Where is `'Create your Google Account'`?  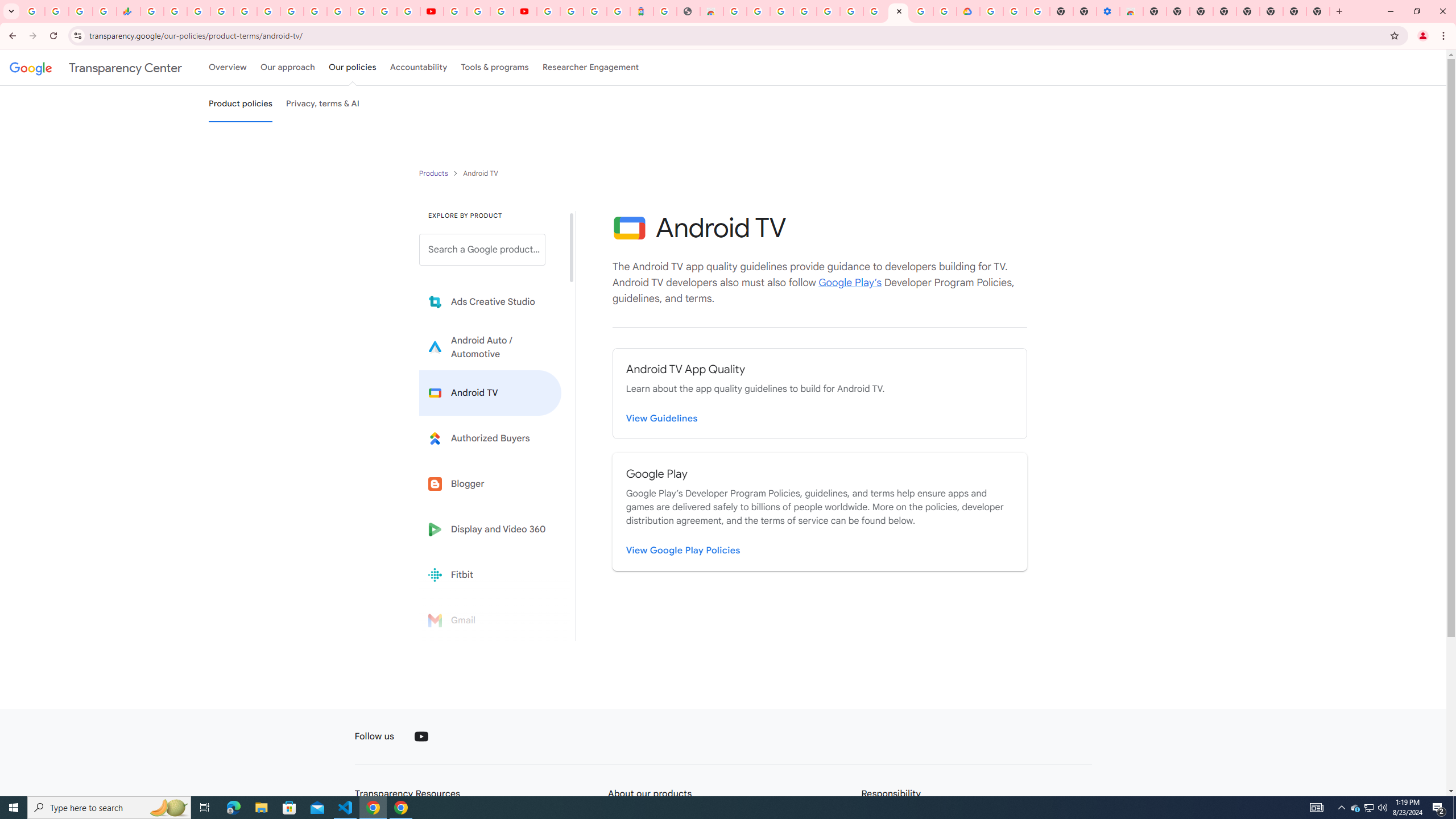 'Create your Google Account' is located at coordinates (500, 11).